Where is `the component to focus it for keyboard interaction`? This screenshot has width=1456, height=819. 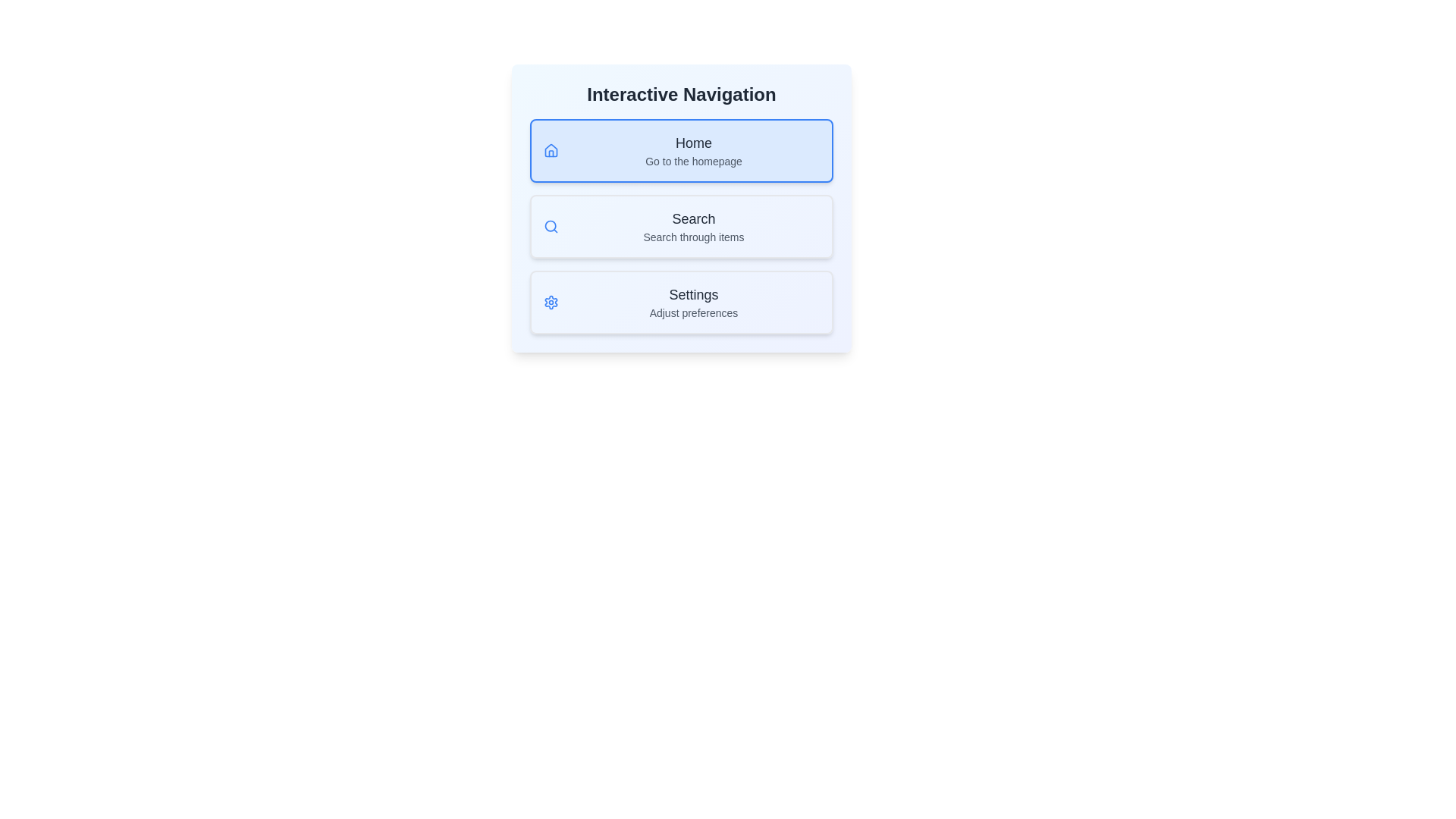
the component to focus it for keyboard interaction is located at coordinates (680, 208).